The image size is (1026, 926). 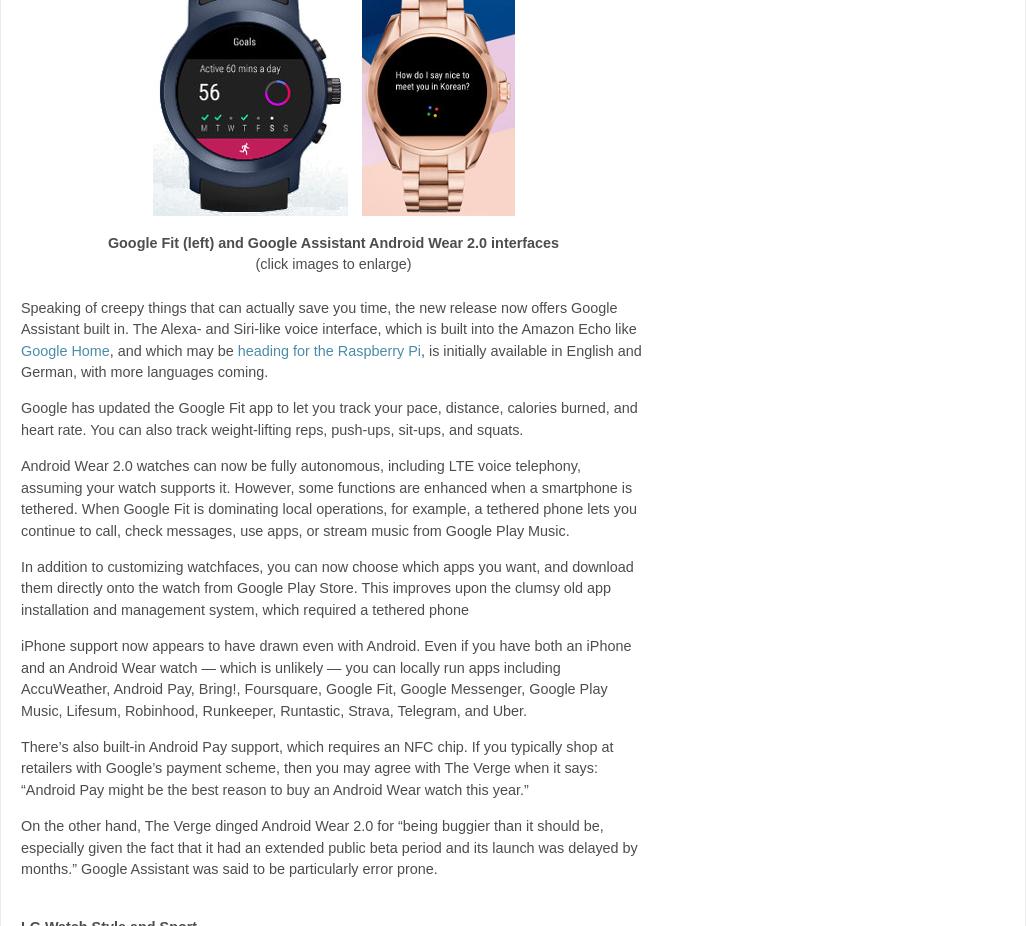 What do you see at coordinates (21, 360) in the screenshot?
I see `', is initially available in English and German, with more languages coming.'` at bounding box center [21, 360].